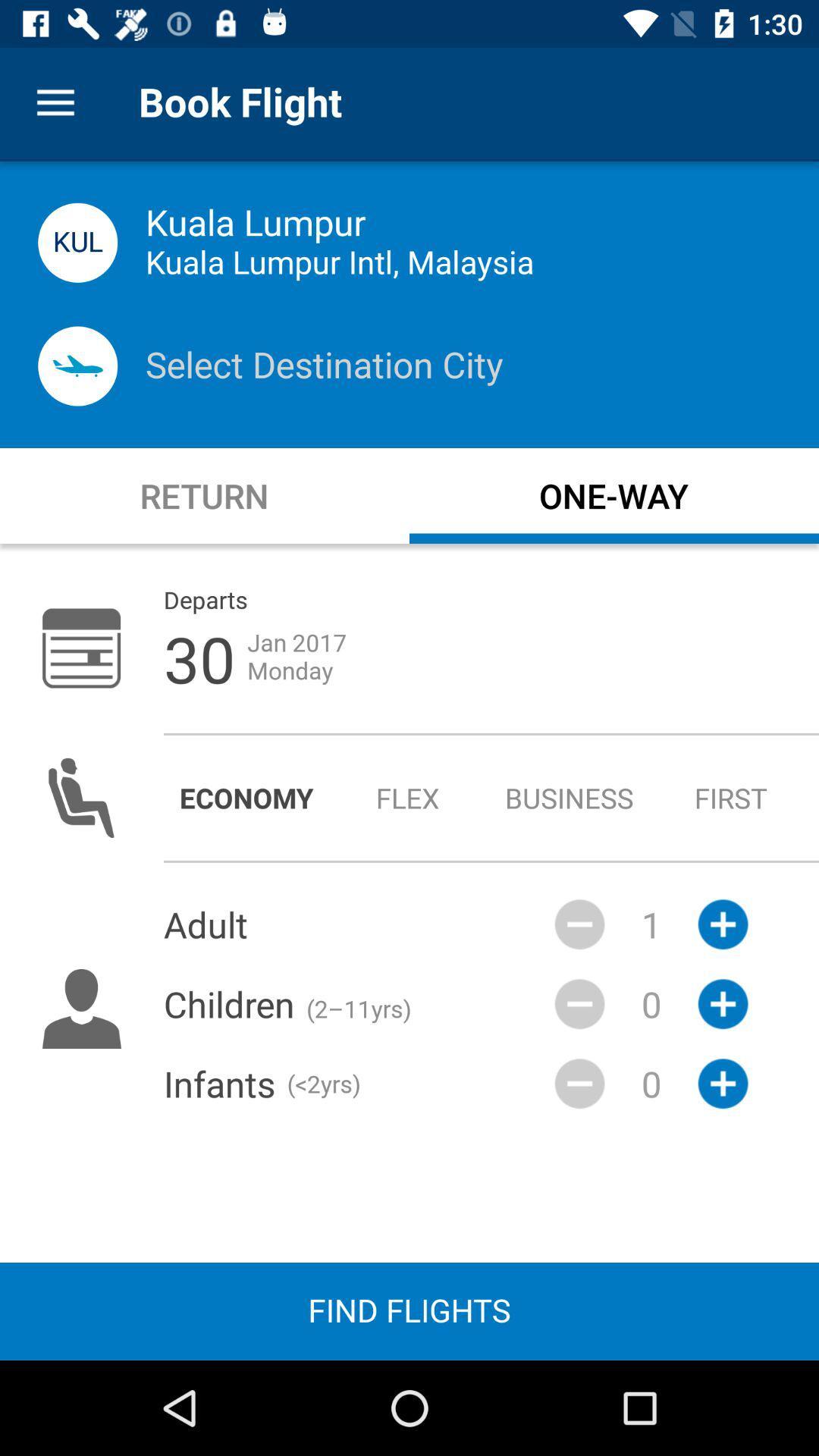 This screenshot has height=1456, width=819. I want to click on the icon to the left of the book flight item, so click(55, 102).